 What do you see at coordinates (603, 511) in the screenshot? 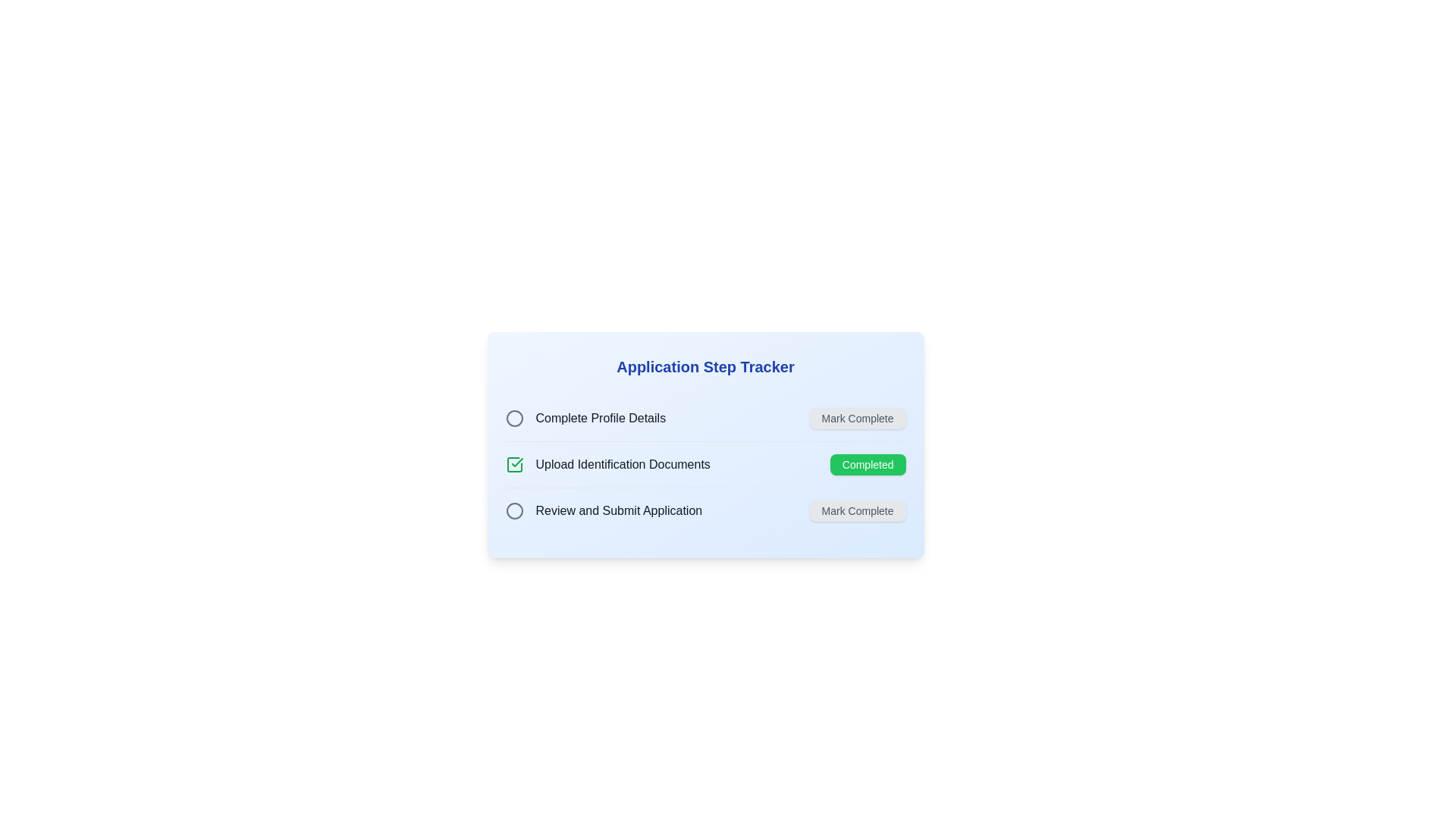
I see `the 'Review and Submit Application' progress step item in the Application Step Tracker to mark the step as complete` at bounding box center [603, 511].